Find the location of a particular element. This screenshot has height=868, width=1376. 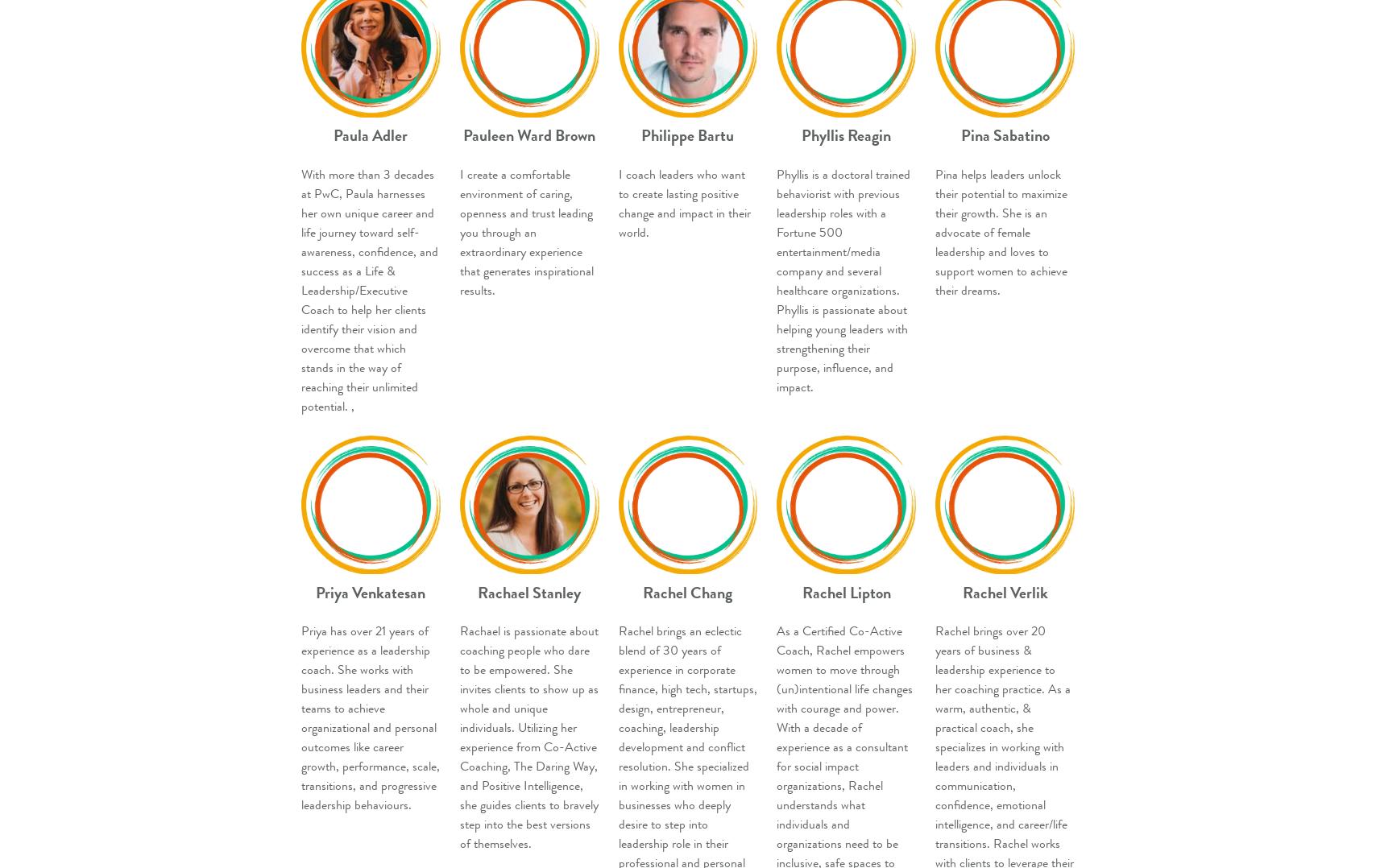

'Rachel Chang' is located at coordinates (687, 592).